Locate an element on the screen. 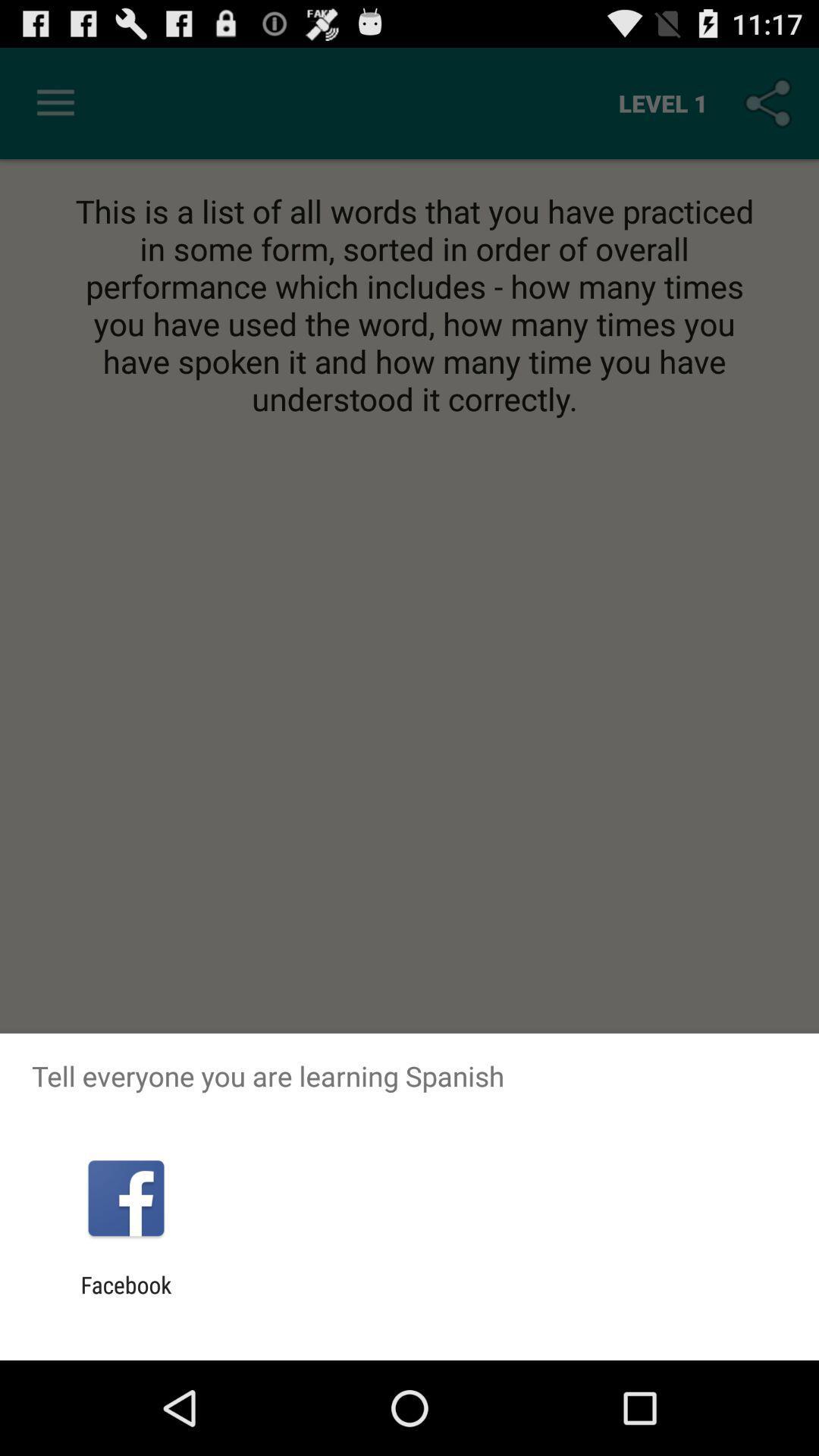  the facebook icon is located at coordinates (125, 1298).